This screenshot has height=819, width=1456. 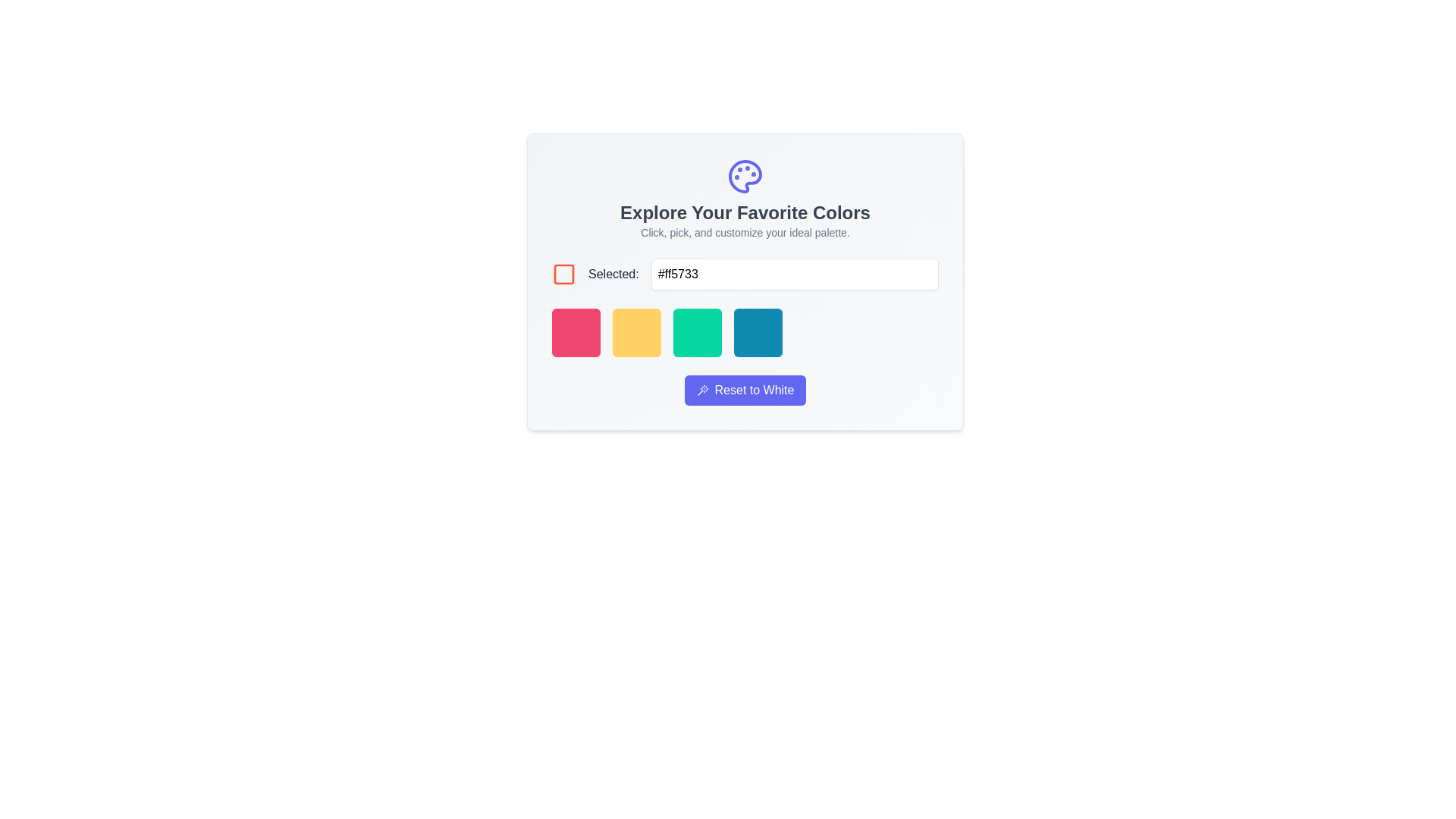 I want to click on the first selectable color option in the horizontal color palette, so click(x=575, y=332).